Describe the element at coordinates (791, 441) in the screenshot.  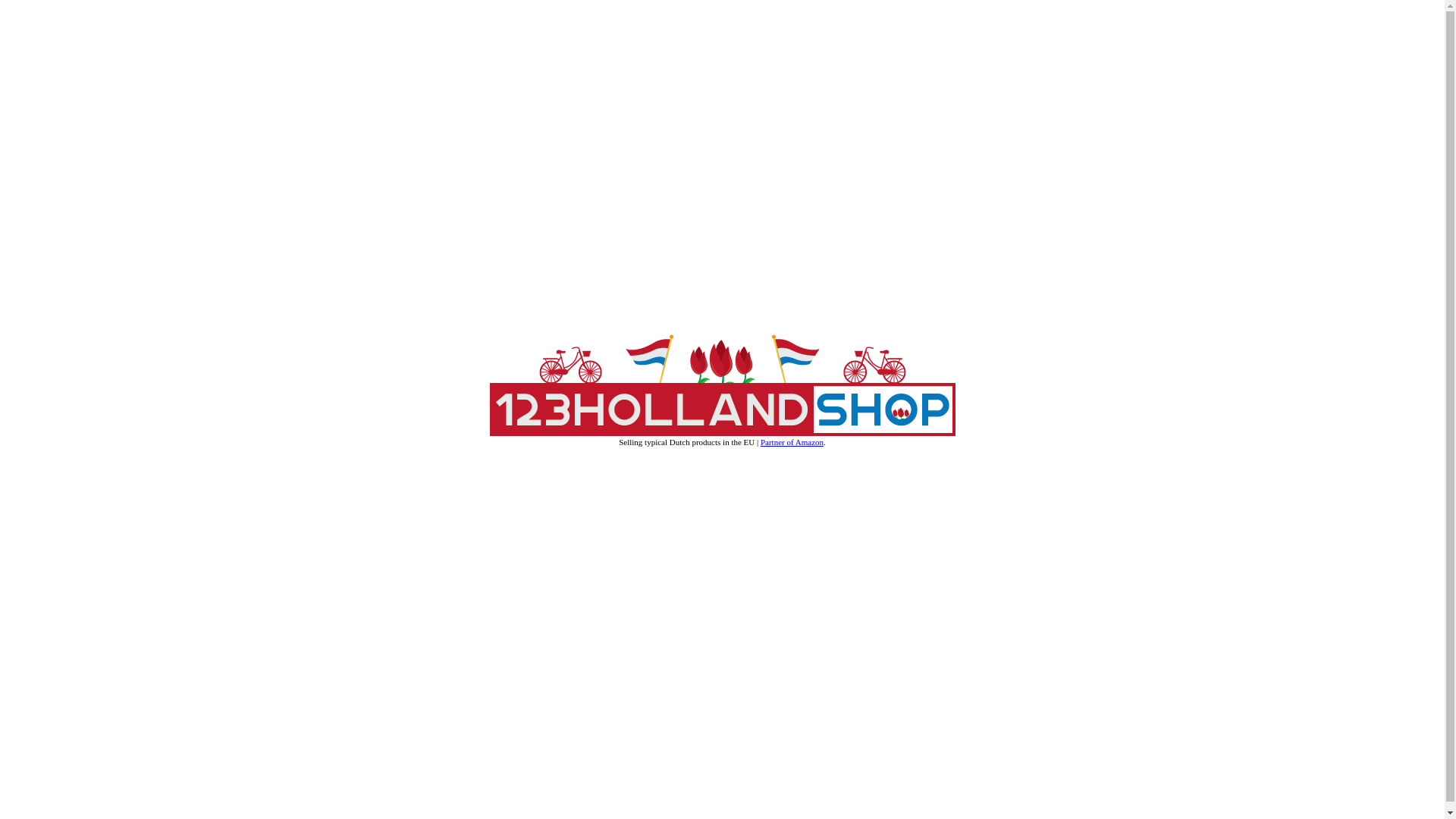
I see `'Partner of Amazon'` at that location.